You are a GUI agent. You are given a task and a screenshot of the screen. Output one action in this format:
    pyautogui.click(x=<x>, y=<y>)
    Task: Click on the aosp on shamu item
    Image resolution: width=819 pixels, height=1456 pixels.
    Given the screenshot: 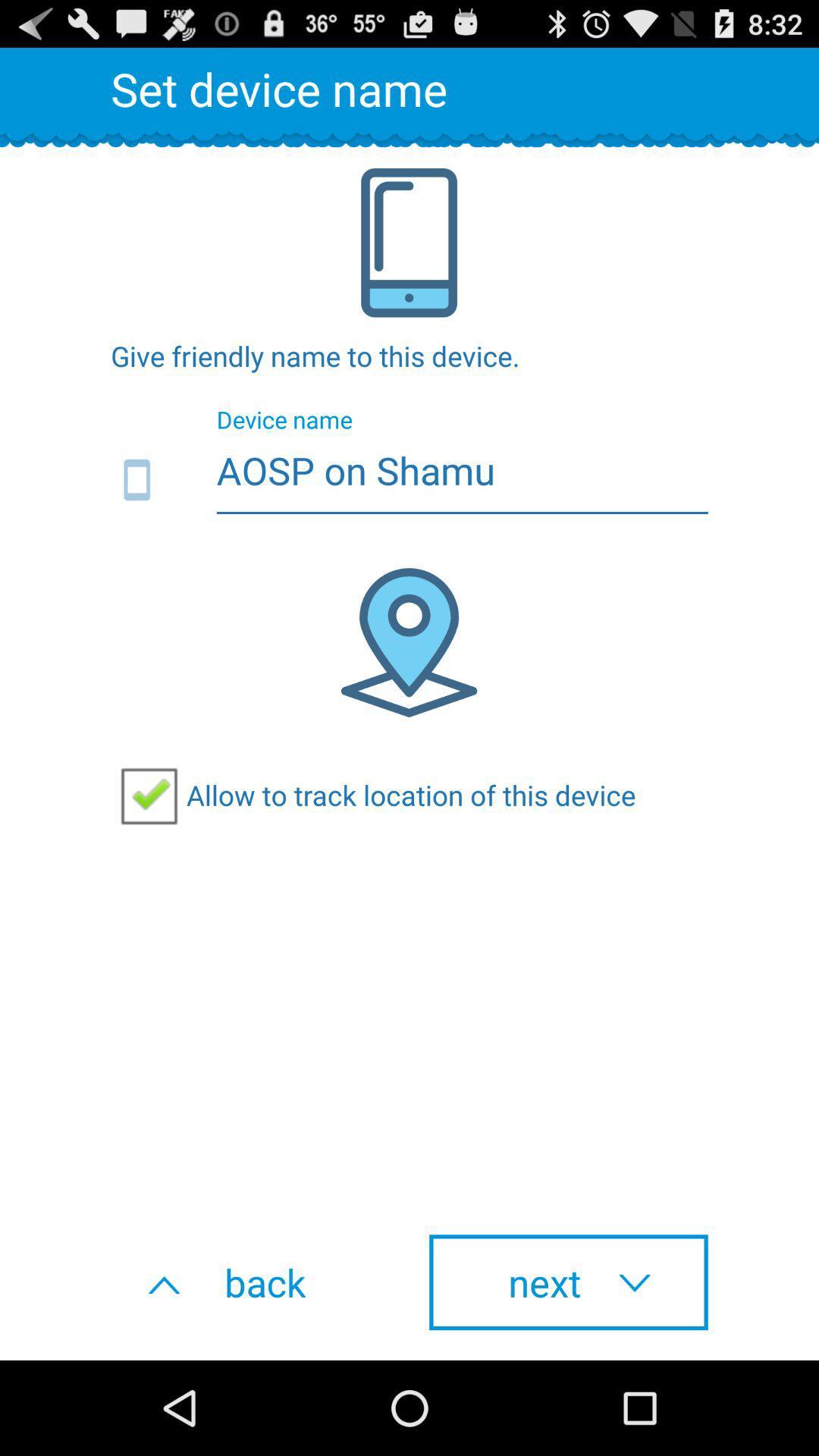 What is the action you would take?
    pyautogui.click(x=409, y=480)
    